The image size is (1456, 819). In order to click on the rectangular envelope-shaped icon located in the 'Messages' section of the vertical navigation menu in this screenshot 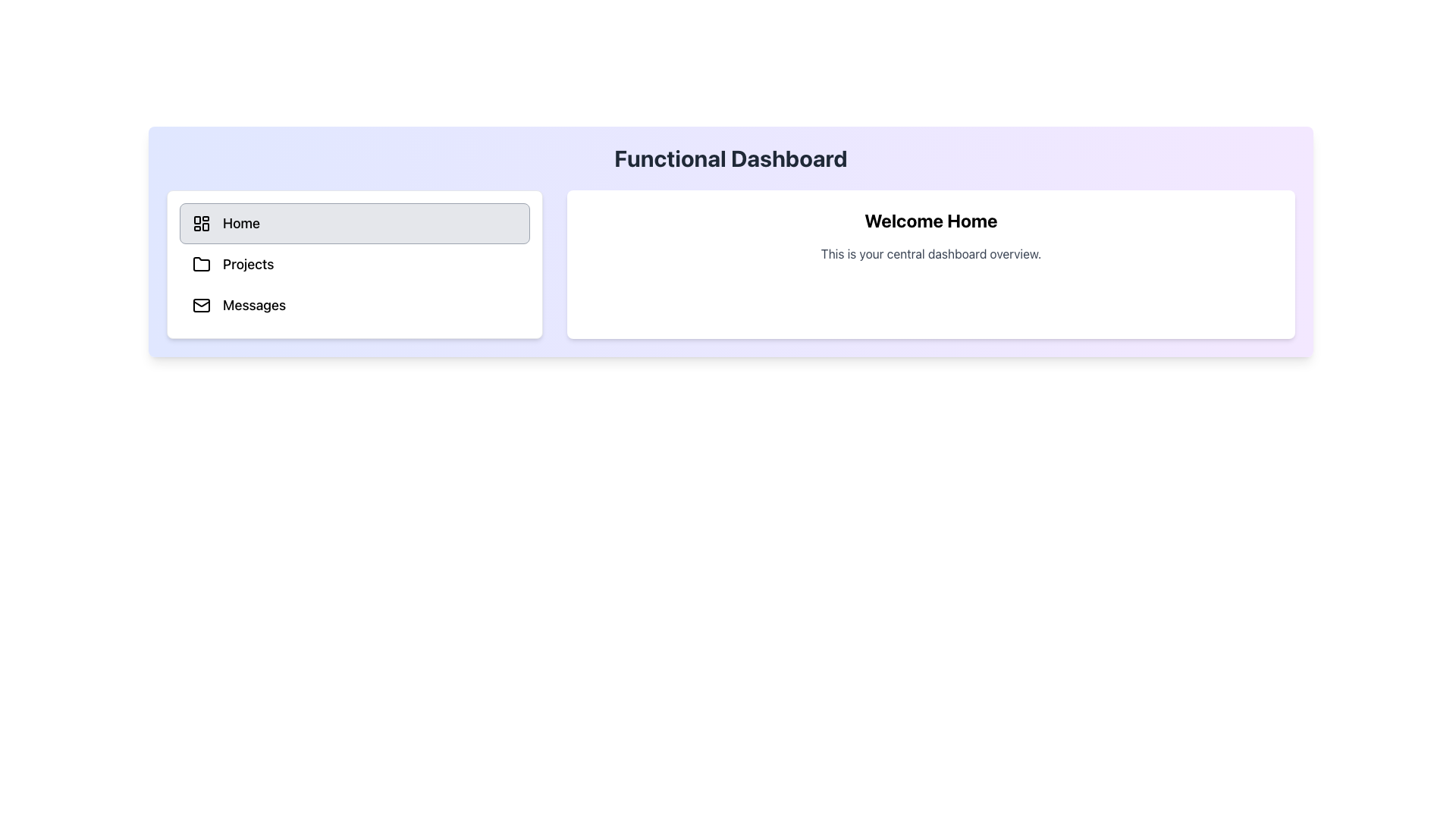, I will do `click(200, 305)`.